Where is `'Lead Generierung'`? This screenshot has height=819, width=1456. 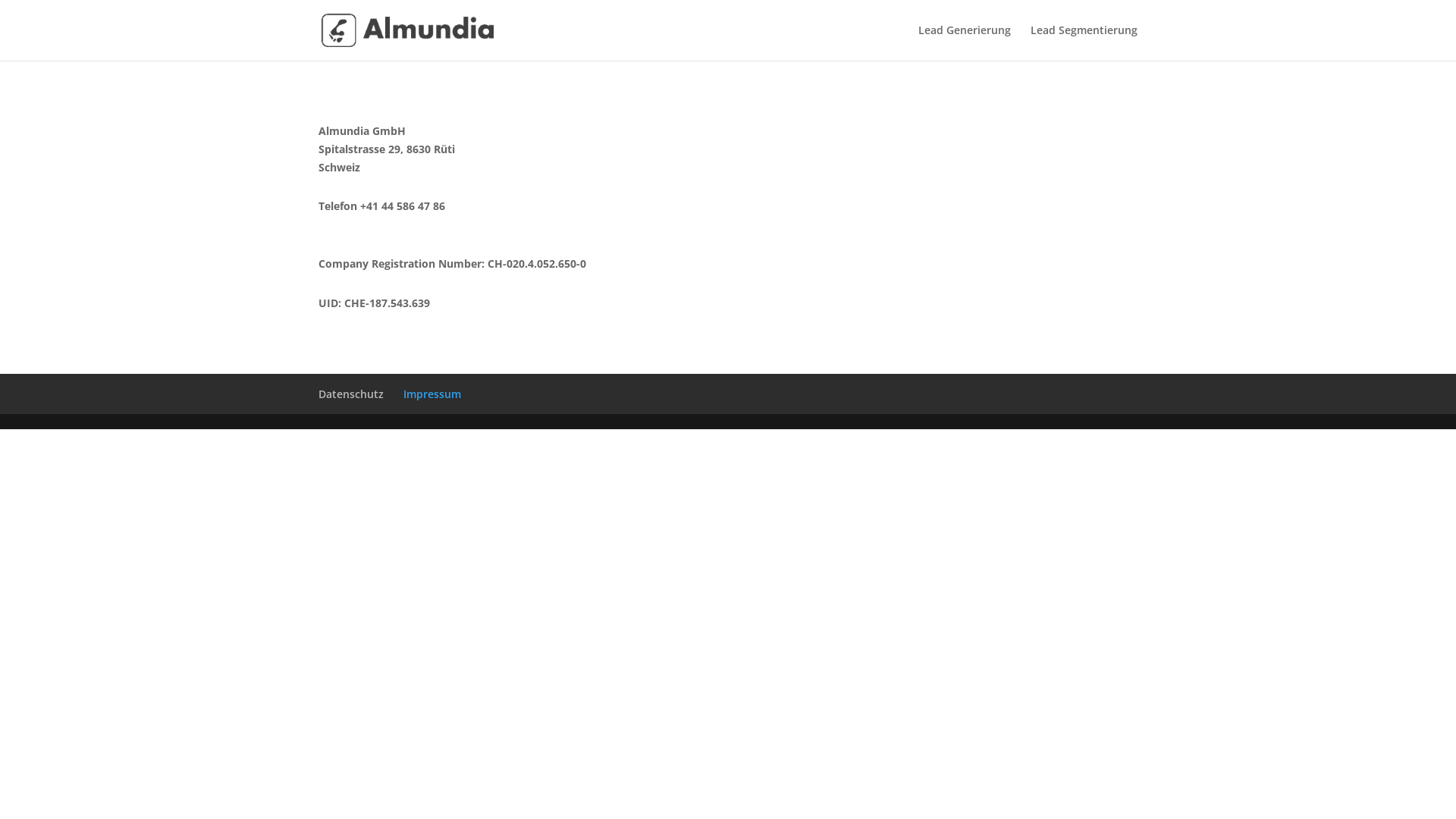 'Lead Generierung' is located at coordinates (964, 42).